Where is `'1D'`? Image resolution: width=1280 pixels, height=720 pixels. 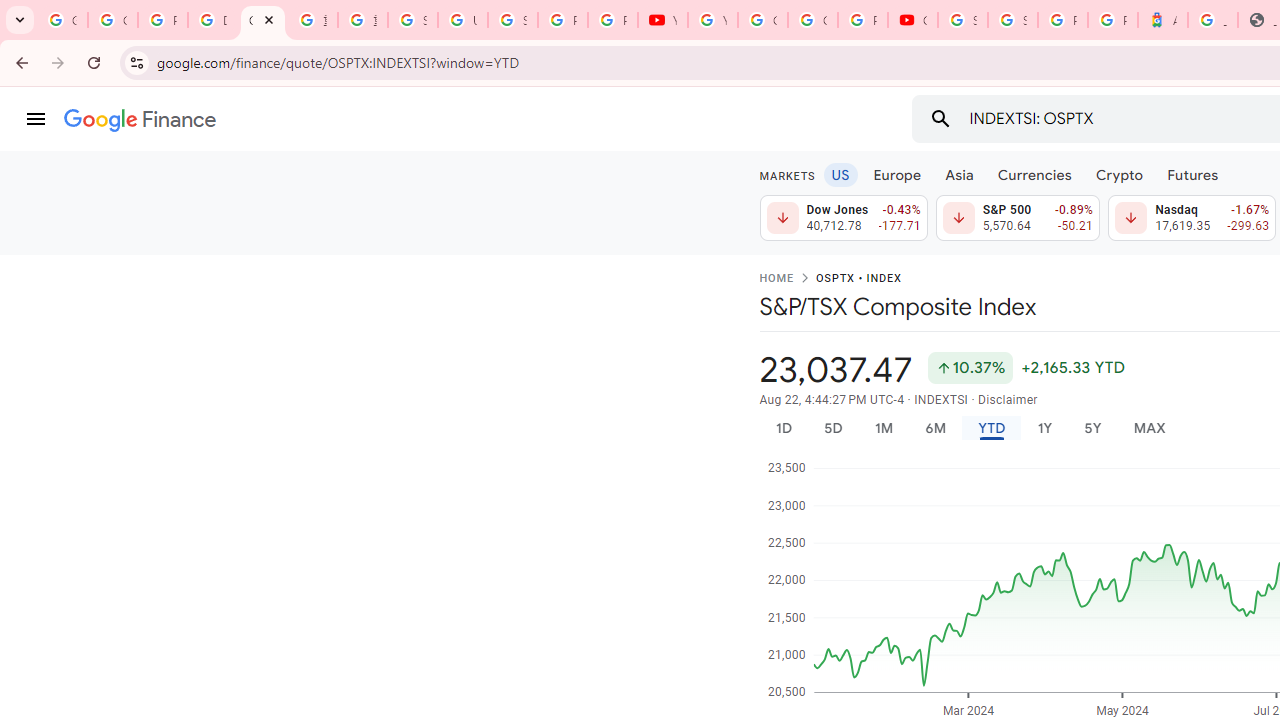 '1D' is located at coordinates (782, 427).